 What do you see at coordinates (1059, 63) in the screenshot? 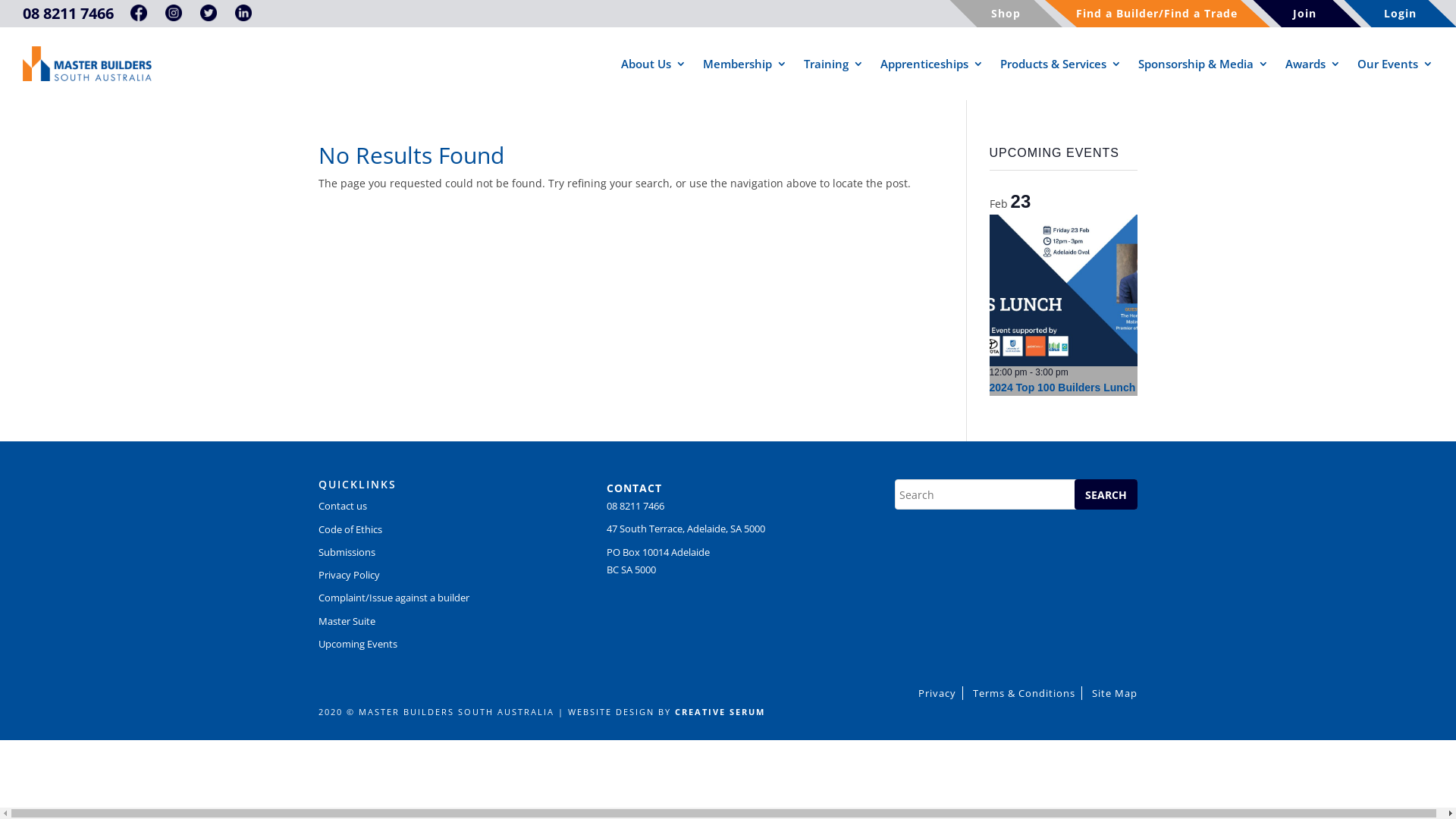
I see `'Products & Services'` at bounding box center [1059, 63].